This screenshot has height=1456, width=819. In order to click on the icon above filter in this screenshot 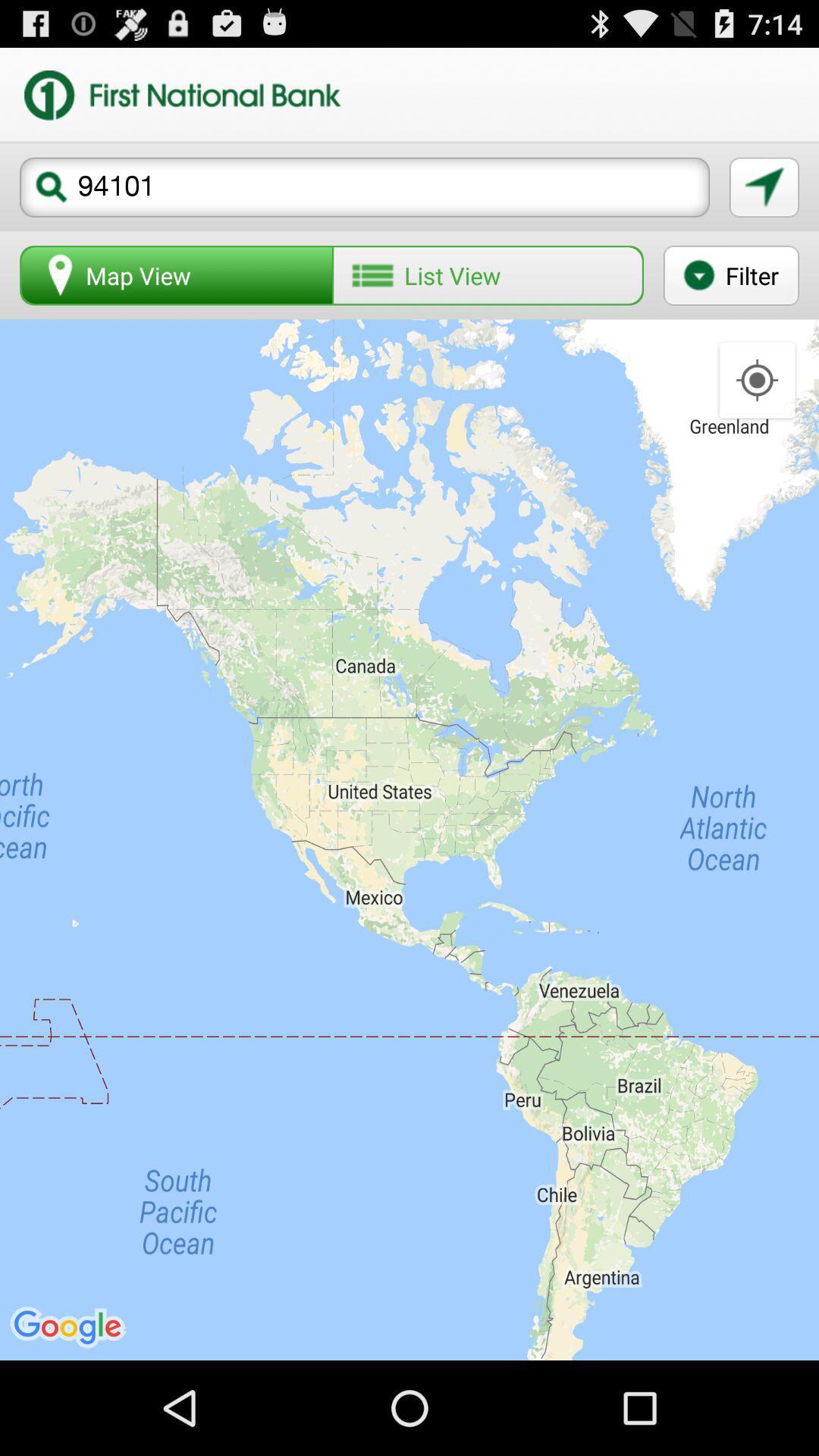, I will do `click(764, 187)`.